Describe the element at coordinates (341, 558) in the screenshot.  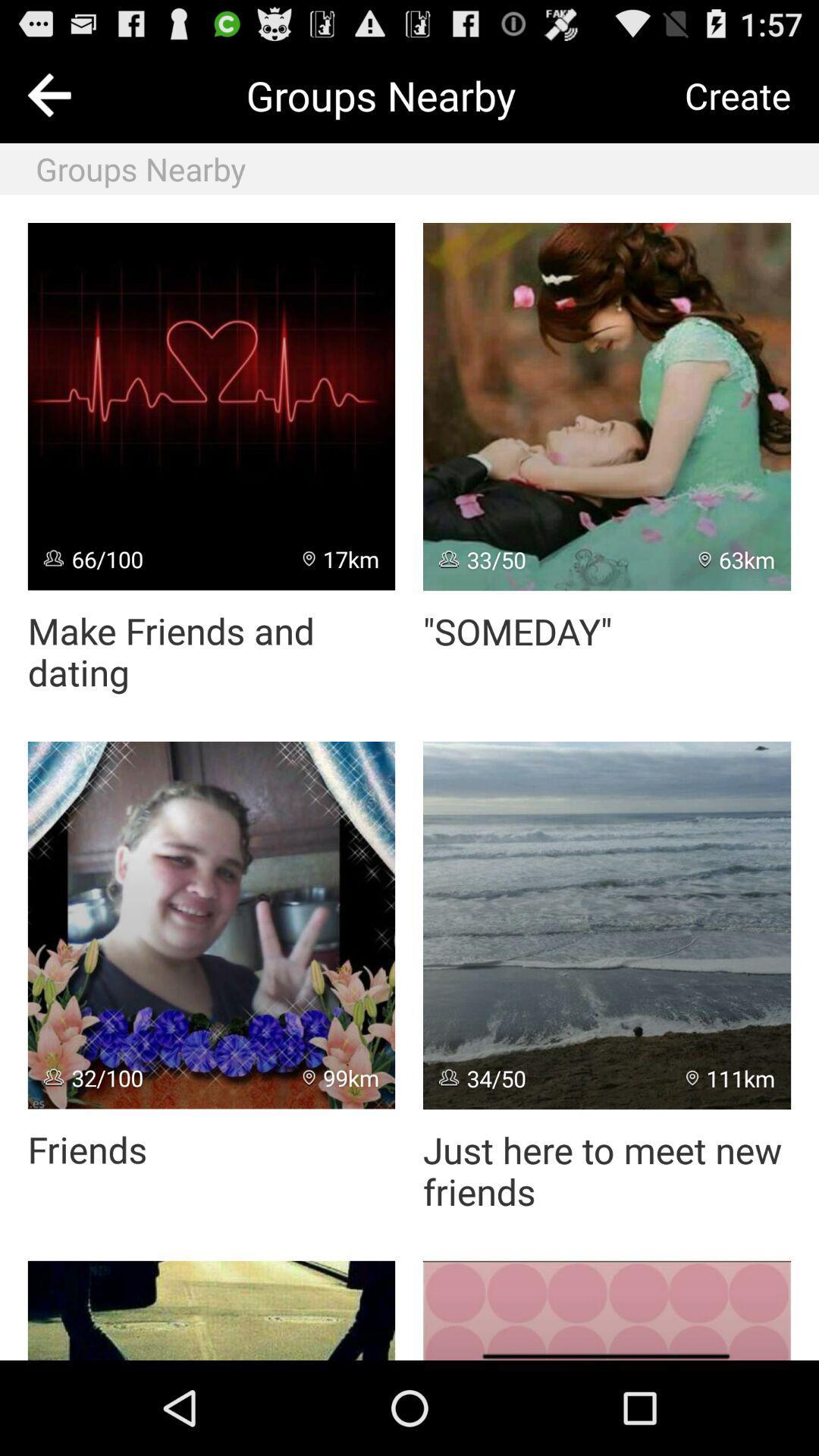
I see `17km app` at that location.